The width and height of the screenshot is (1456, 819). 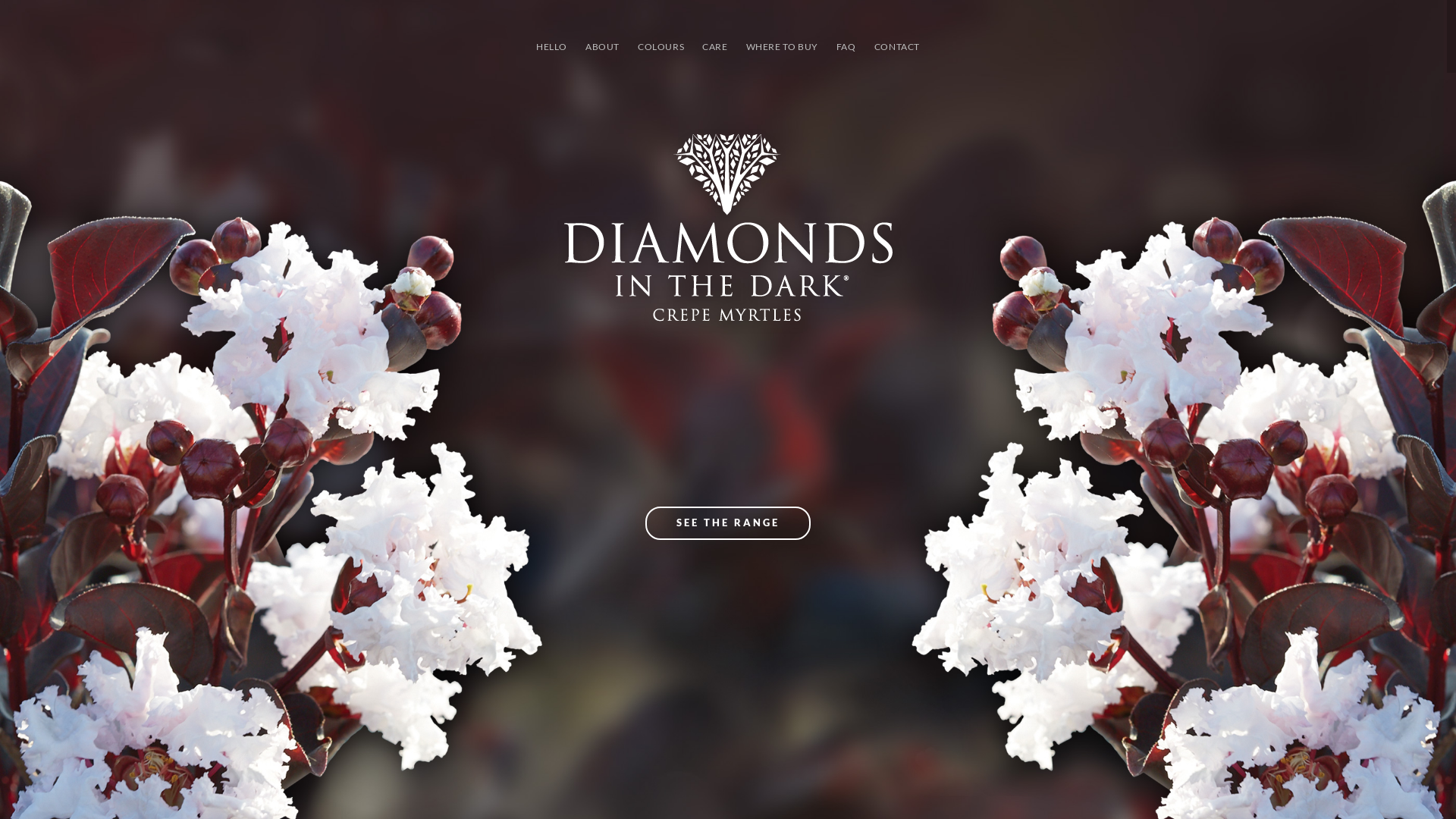 What do you see at coordinates (896, 45) in the screenshot?
I see `'CONTACT'` at bounding box center [896, 45].